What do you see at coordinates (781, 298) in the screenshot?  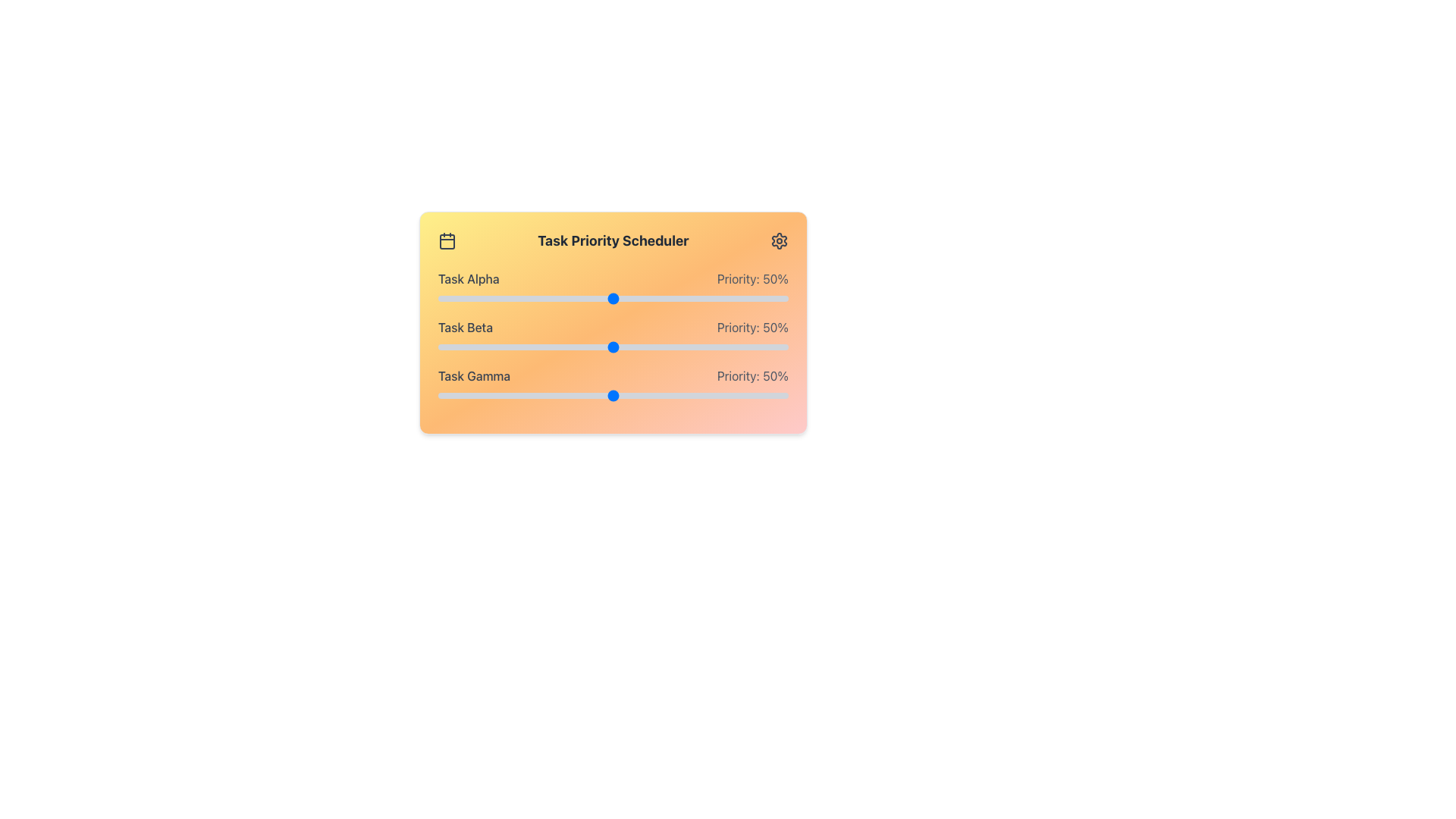 I see `task priority` at bounding box center [781, 298].